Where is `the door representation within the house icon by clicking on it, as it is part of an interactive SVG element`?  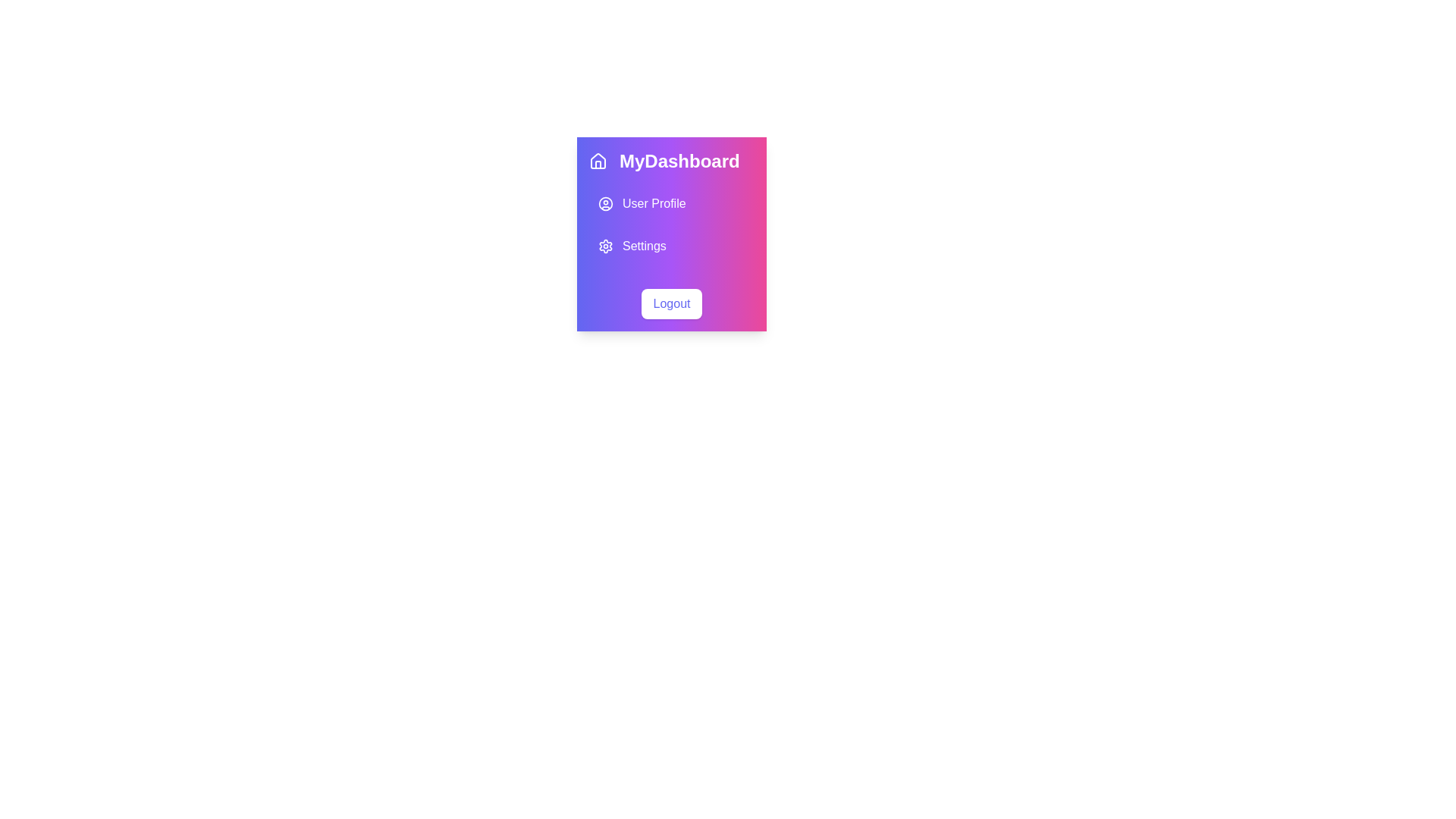 the door representation within the house icon by clicking on it, as it is part of an interactive SVG element is located at coordinates (597, 164).